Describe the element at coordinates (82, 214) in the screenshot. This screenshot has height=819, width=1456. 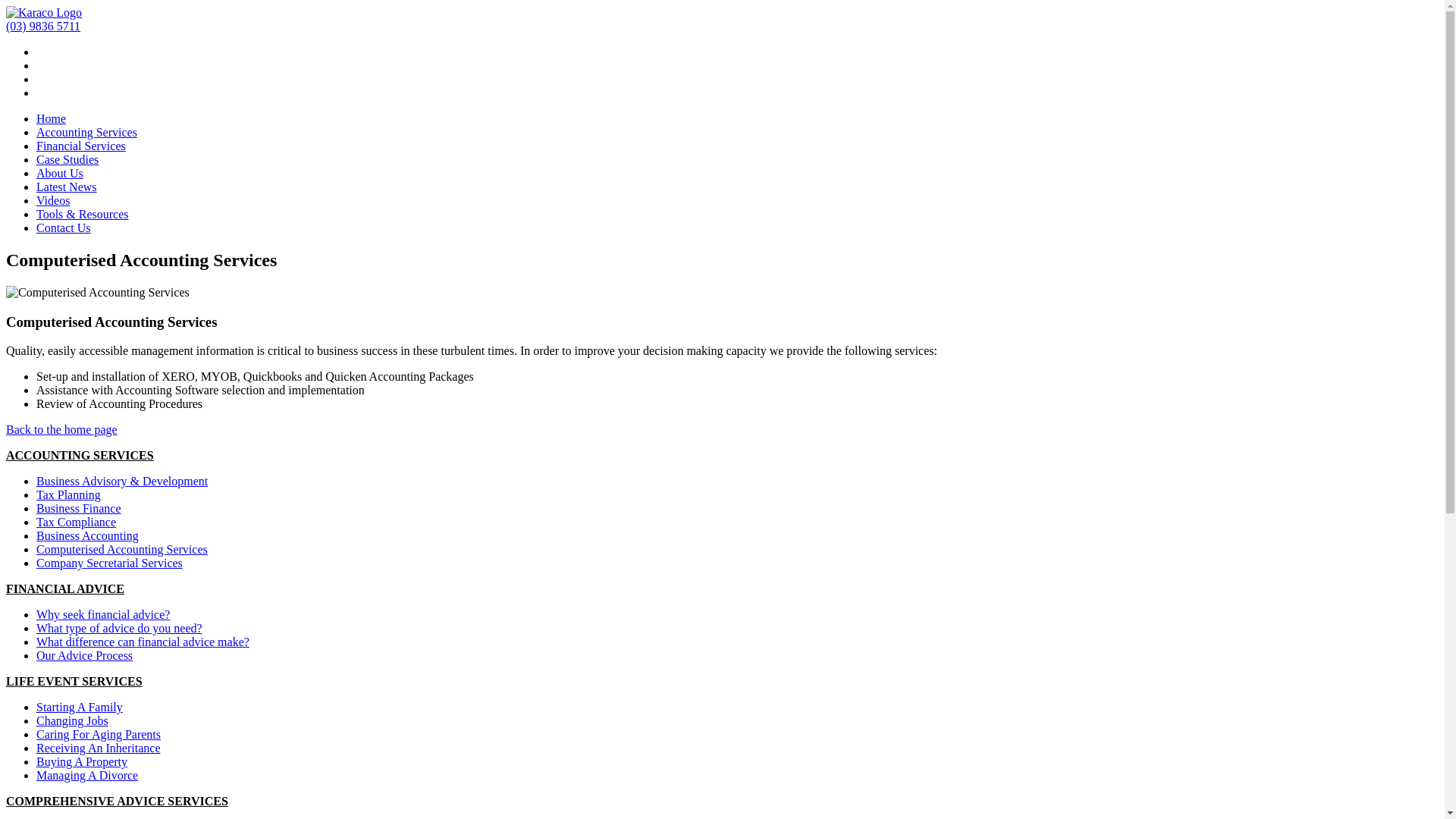
I see `'Tools & Resources'` at that location.